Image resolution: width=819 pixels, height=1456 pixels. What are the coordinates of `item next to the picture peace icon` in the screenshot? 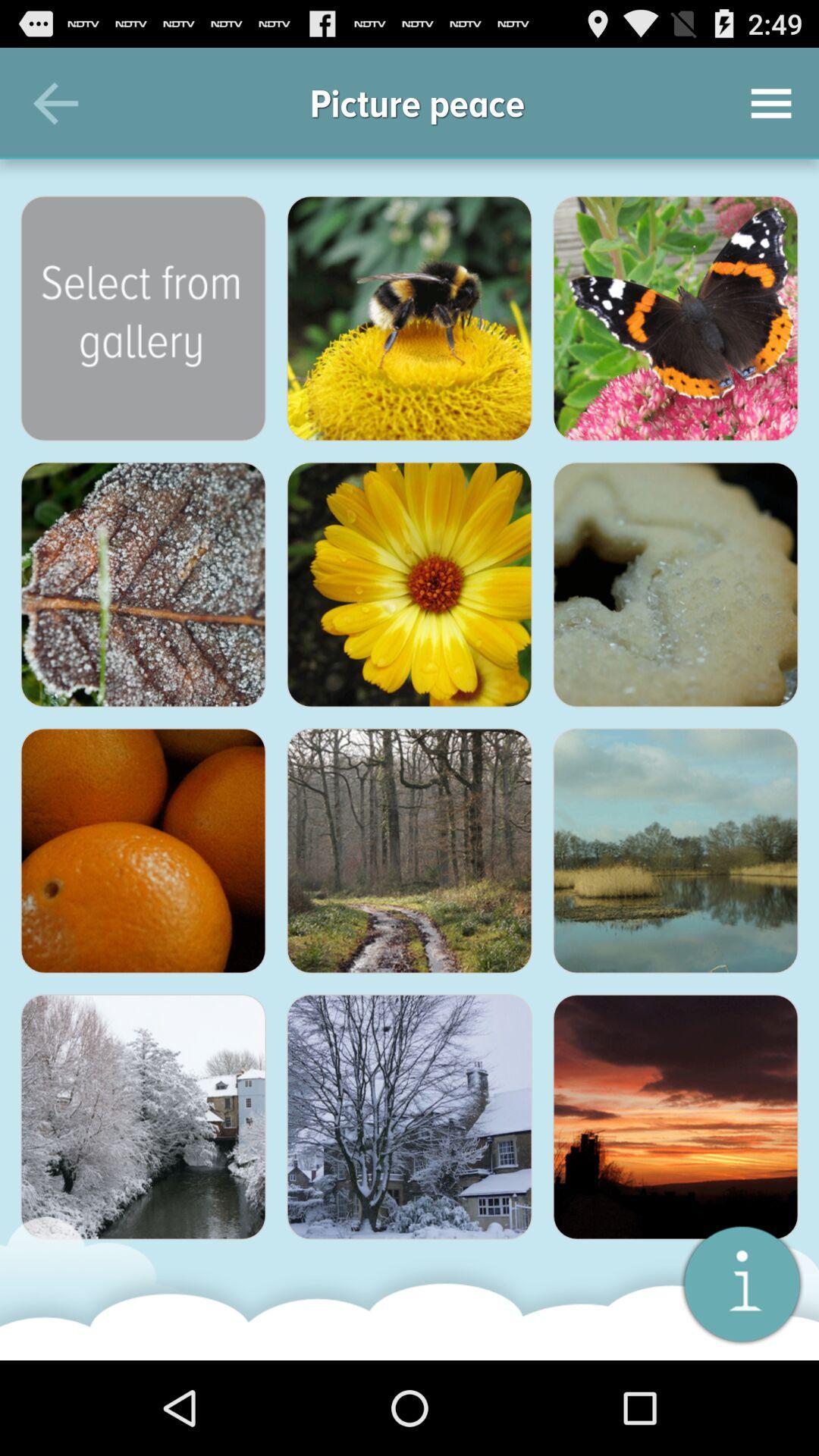 It's located at (55, 102).